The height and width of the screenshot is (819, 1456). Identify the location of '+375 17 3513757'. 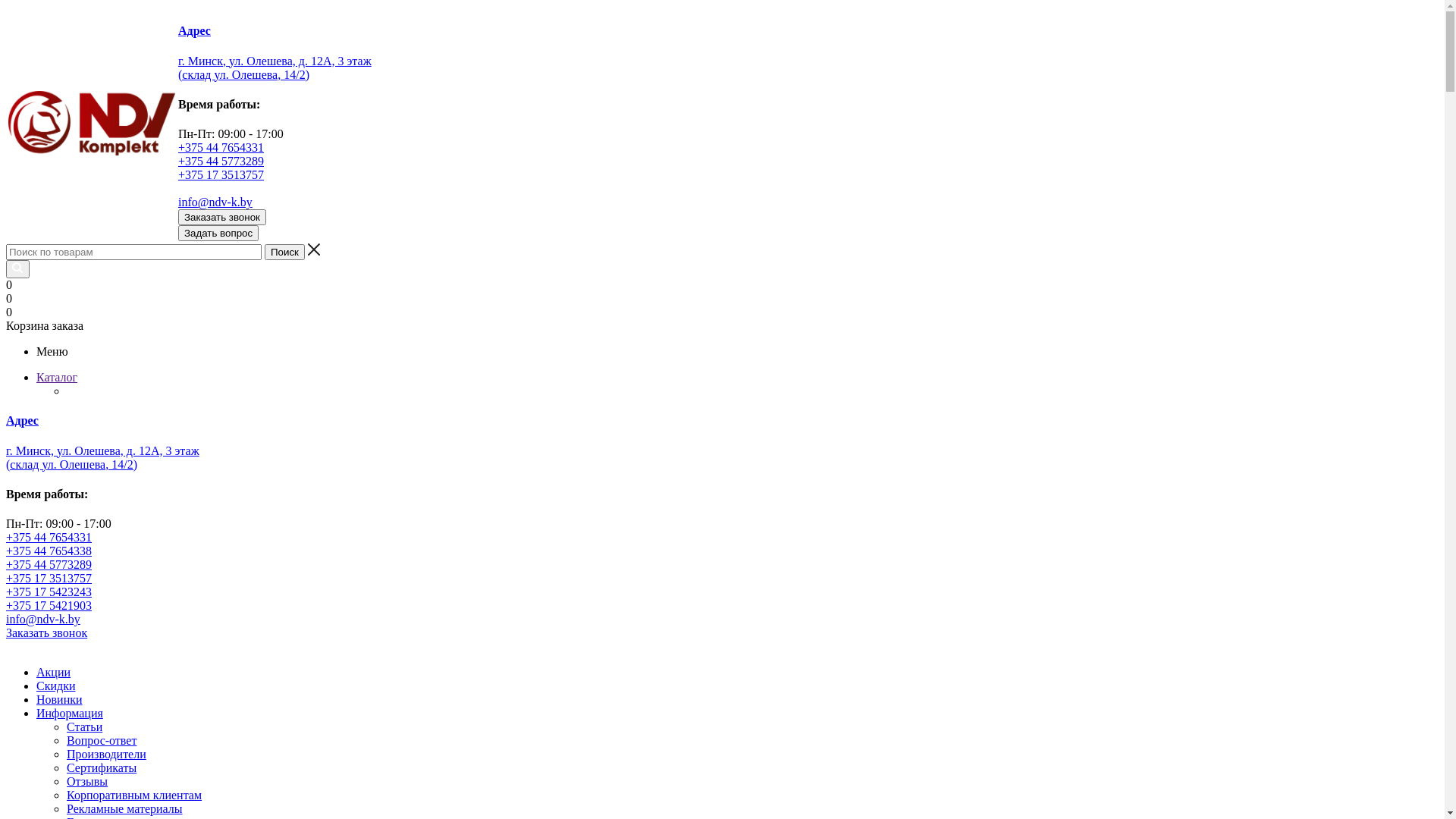
(49, 578).